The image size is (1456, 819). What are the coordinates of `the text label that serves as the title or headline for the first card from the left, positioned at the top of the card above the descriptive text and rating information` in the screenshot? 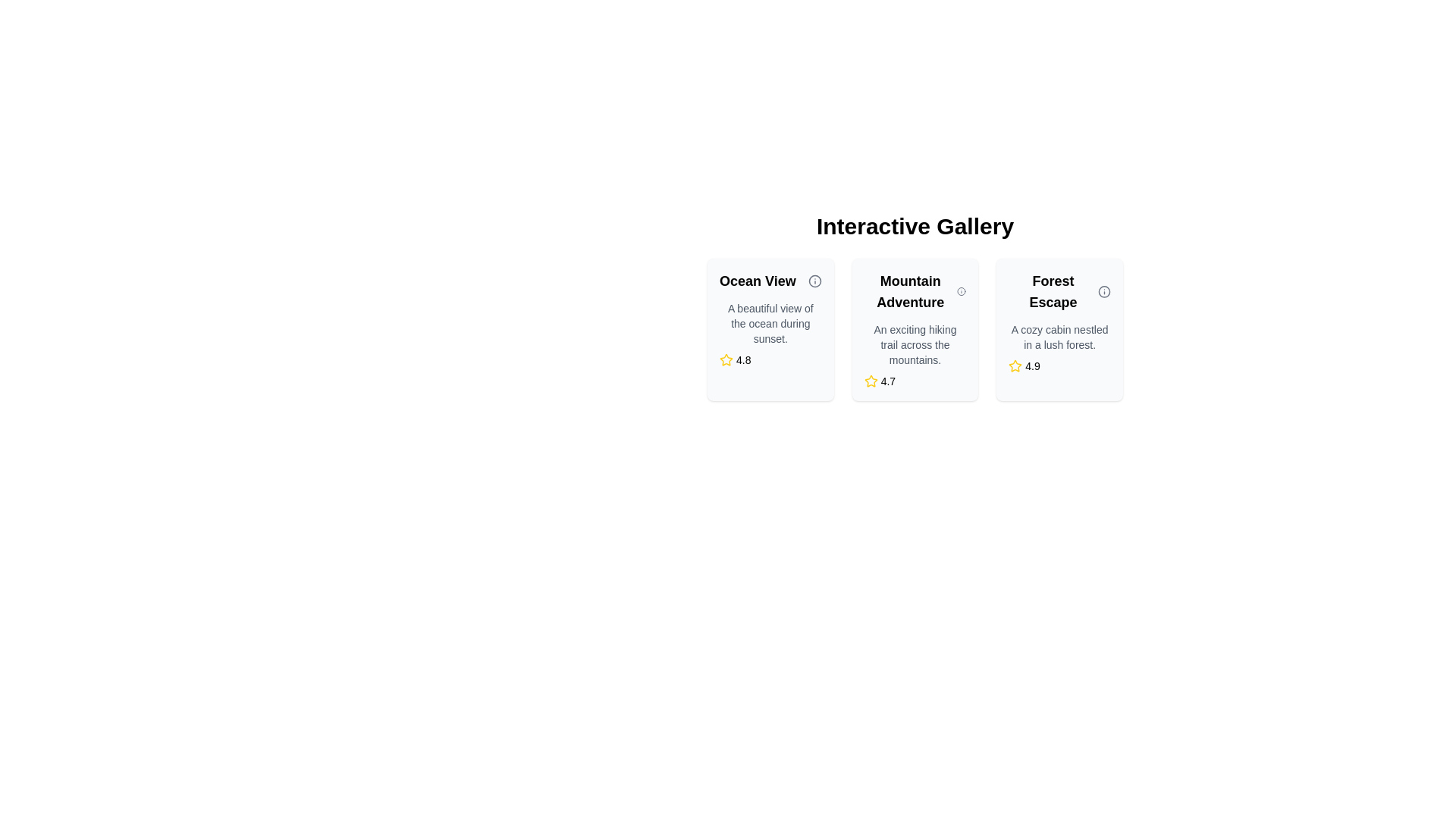 It's located at (770, 281).